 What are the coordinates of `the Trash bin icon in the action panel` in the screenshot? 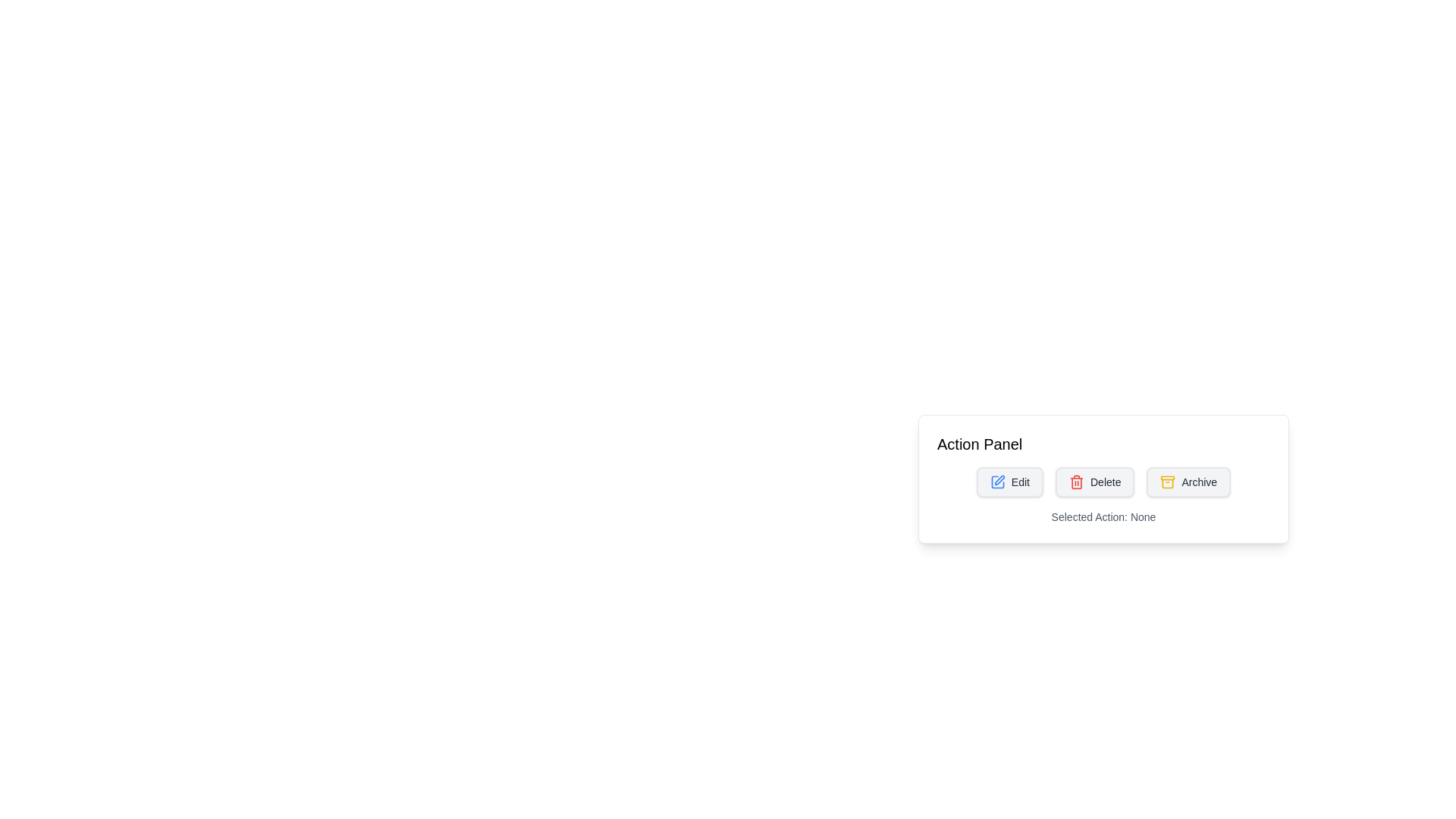 It's located at (1076, 482).